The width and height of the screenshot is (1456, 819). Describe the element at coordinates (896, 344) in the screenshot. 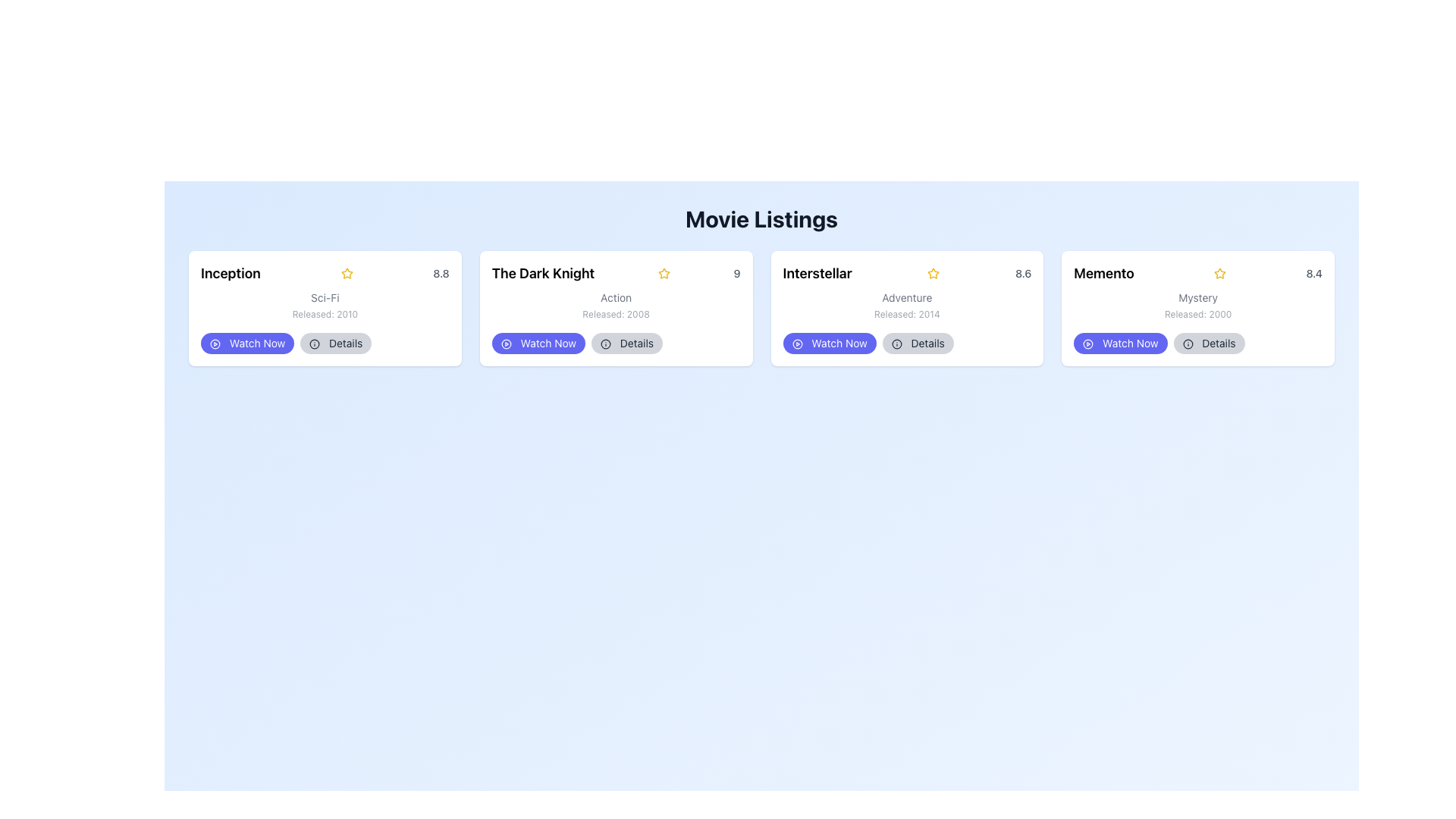

I see `the information icon inside the 'Details' button at the bottom of the 'Interstellar' movie card, which is styled with a circular outline and an 'i' symbol` at that location.